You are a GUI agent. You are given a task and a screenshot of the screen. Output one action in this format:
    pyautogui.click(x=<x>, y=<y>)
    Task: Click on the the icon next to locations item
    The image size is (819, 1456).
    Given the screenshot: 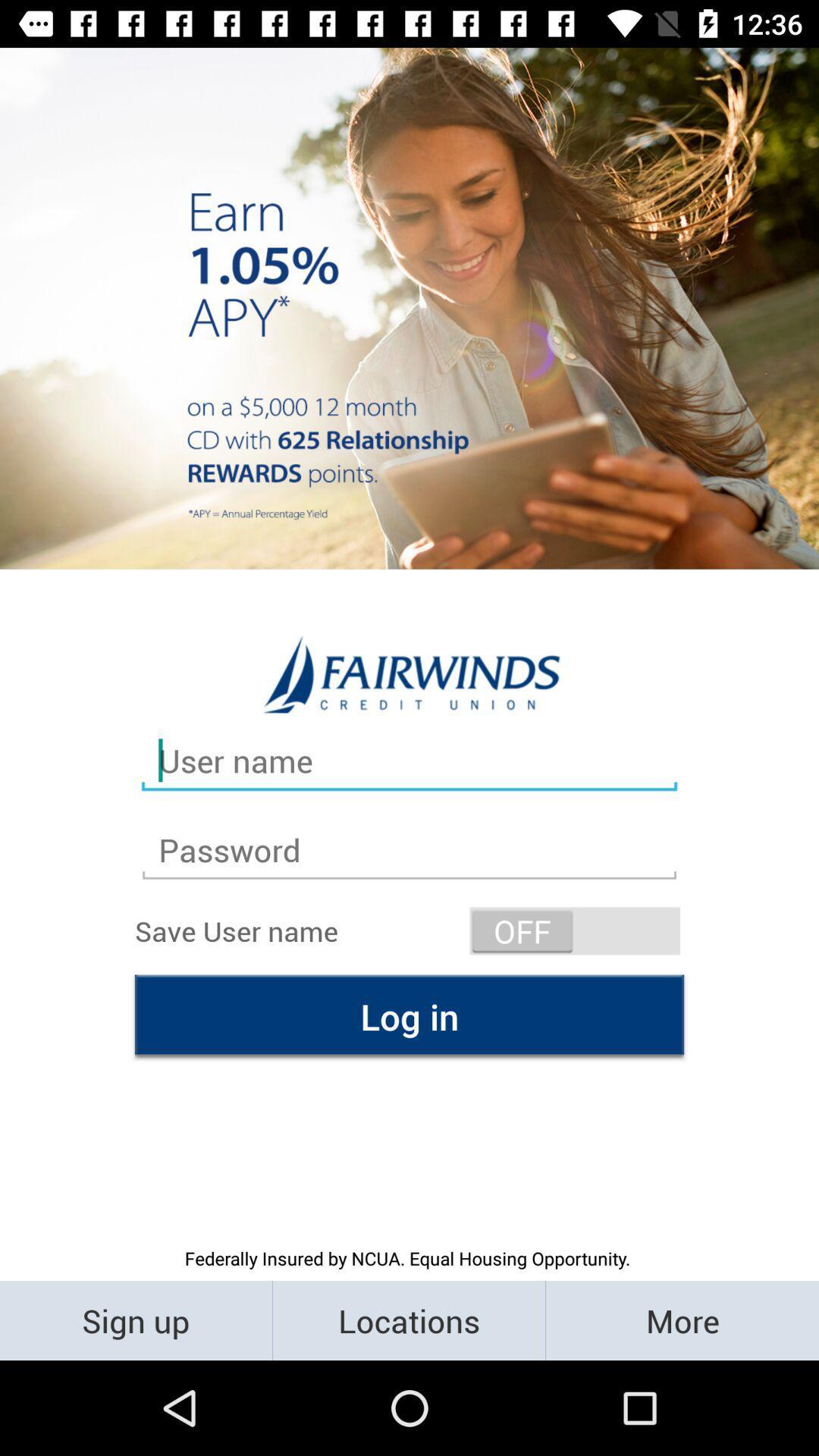 What is the action you would take?
    pyautogui.click(x=681, y=1319)
    